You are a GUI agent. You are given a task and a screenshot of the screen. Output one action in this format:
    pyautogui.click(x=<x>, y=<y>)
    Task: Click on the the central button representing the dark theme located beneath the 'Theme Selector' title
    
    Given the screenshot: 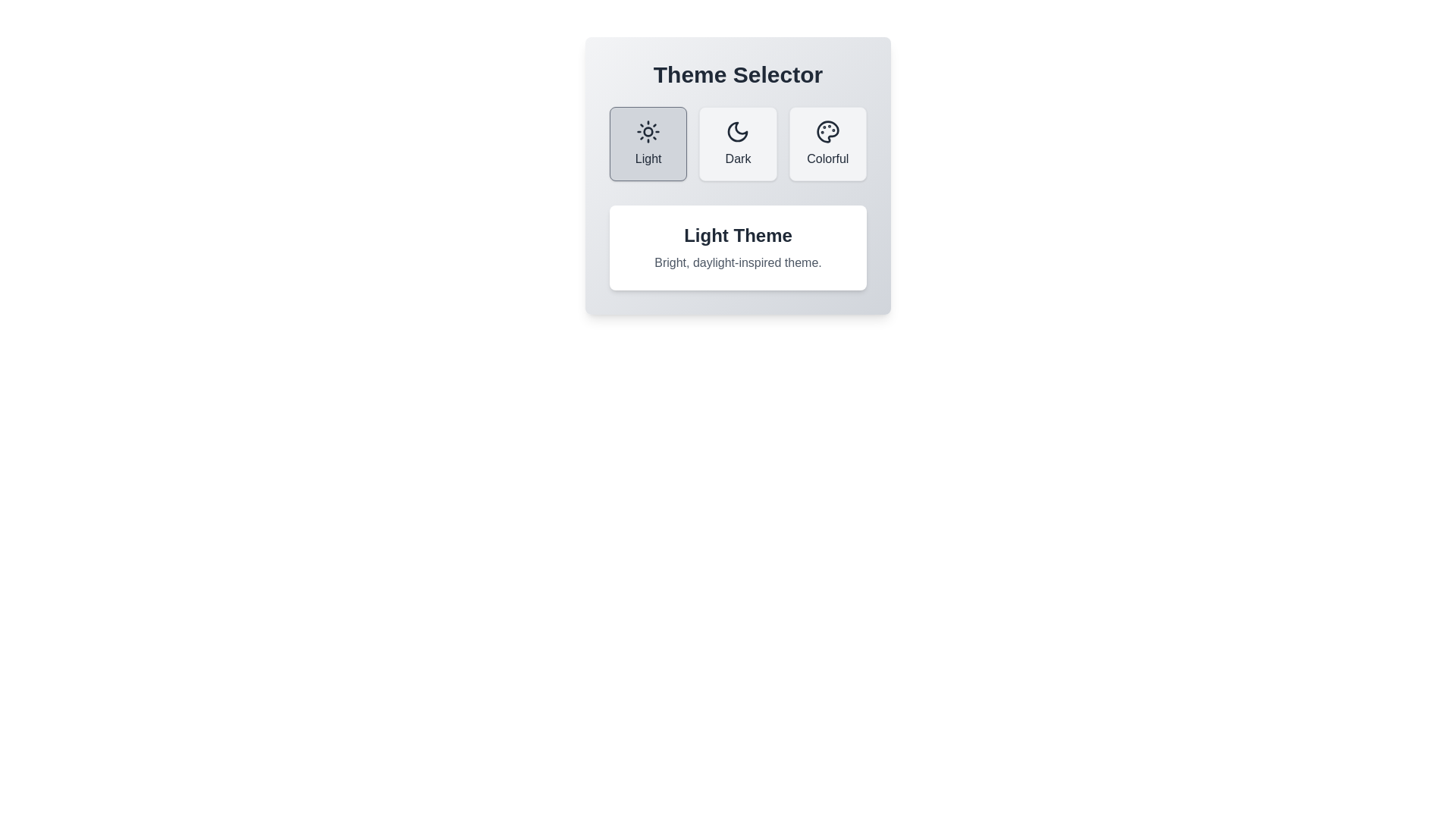 What is the action you would take?
    pyautogui.click(x=738, y=174)
    